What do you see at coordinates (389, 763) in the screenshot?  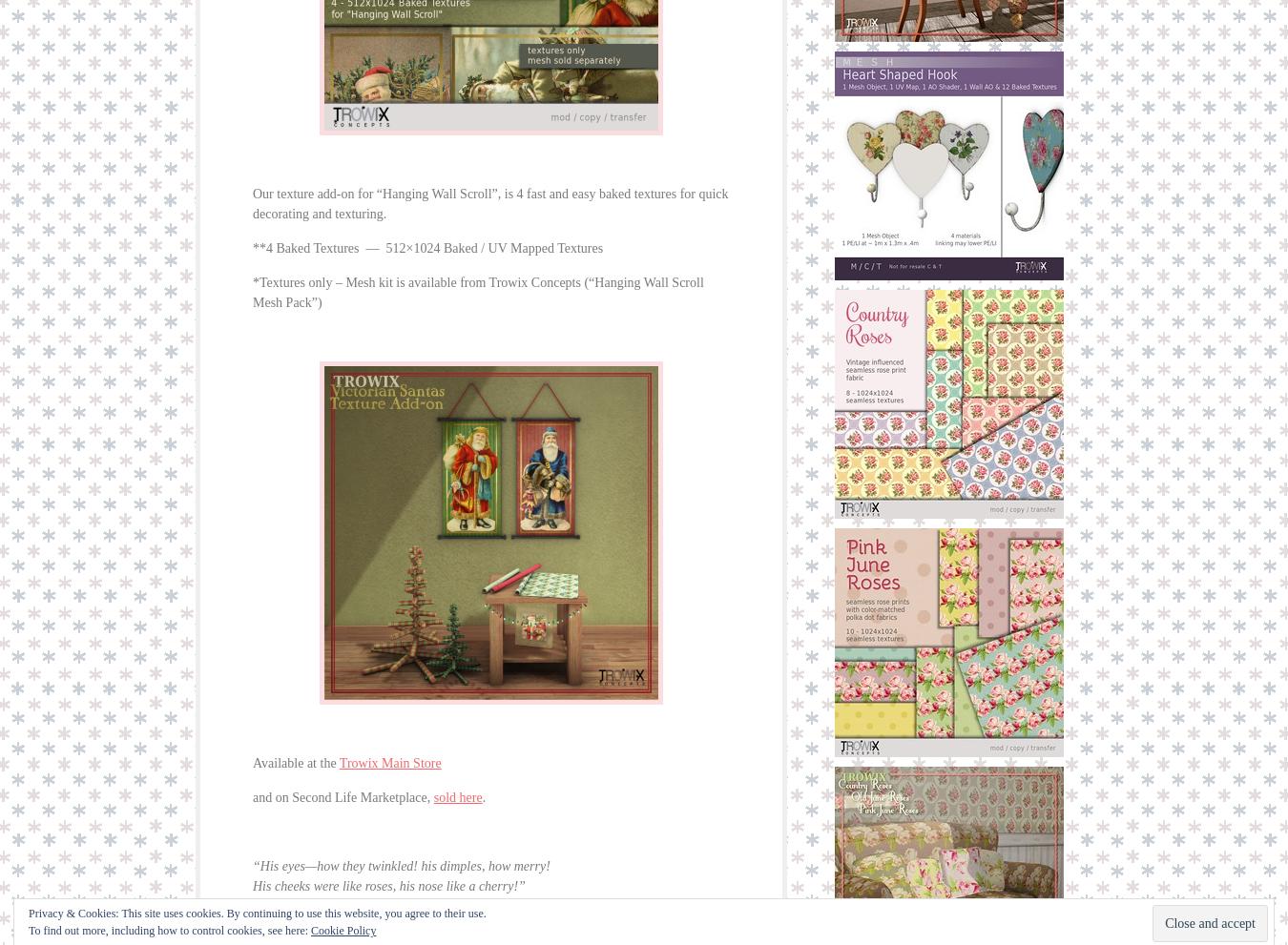 I see `'Trowix Main Store'` at bounding box center [389, 763].